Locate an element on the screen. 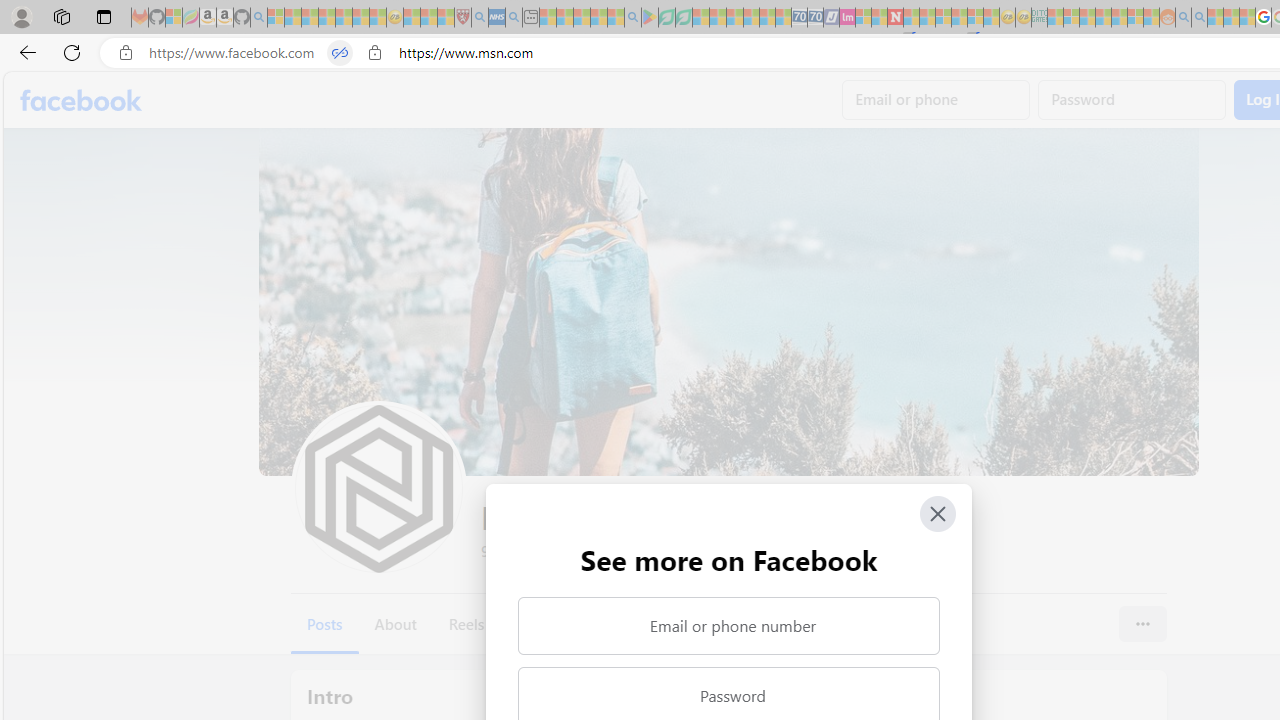 Image resolution: width=1280 pixels, height=720 pixels. 'Facebook' is located at coordinates (80, 100).